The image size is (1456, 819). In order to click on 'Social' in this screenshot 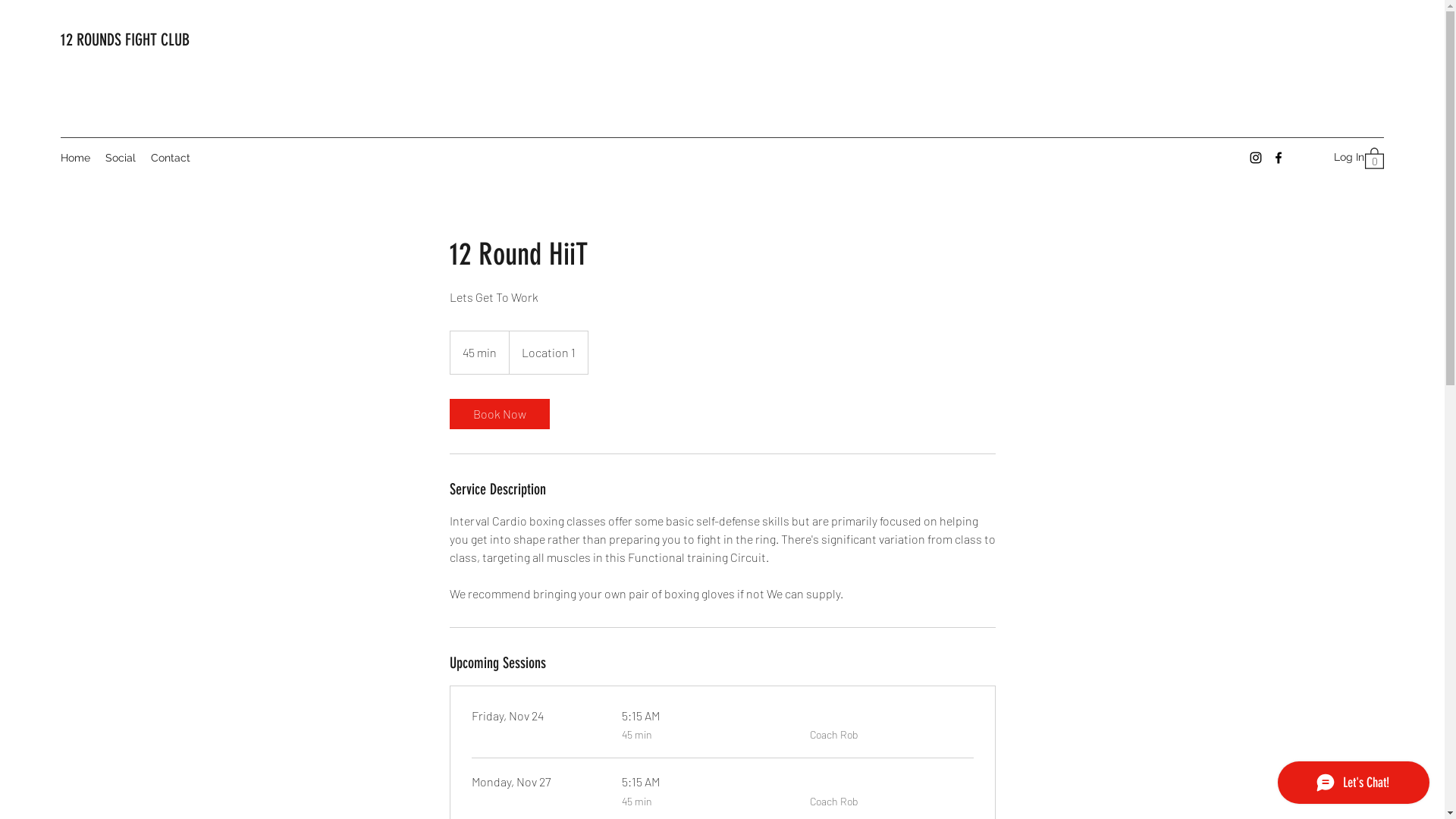, I will do `click(119, 158)`.